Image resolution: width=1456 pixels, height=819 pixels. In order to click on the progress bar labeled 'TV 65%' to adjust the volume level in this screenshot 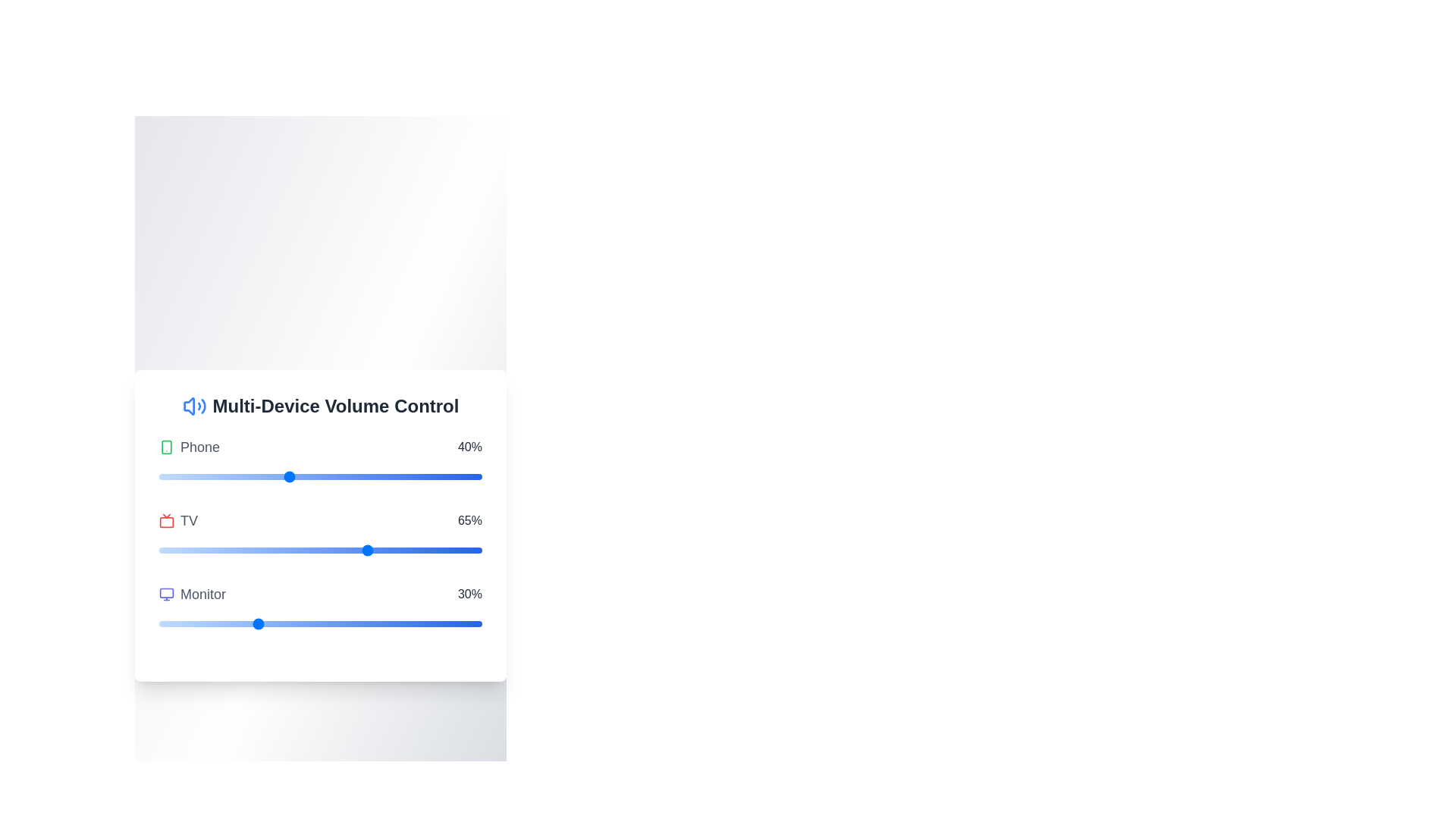, I will do `click(319, 534)`.